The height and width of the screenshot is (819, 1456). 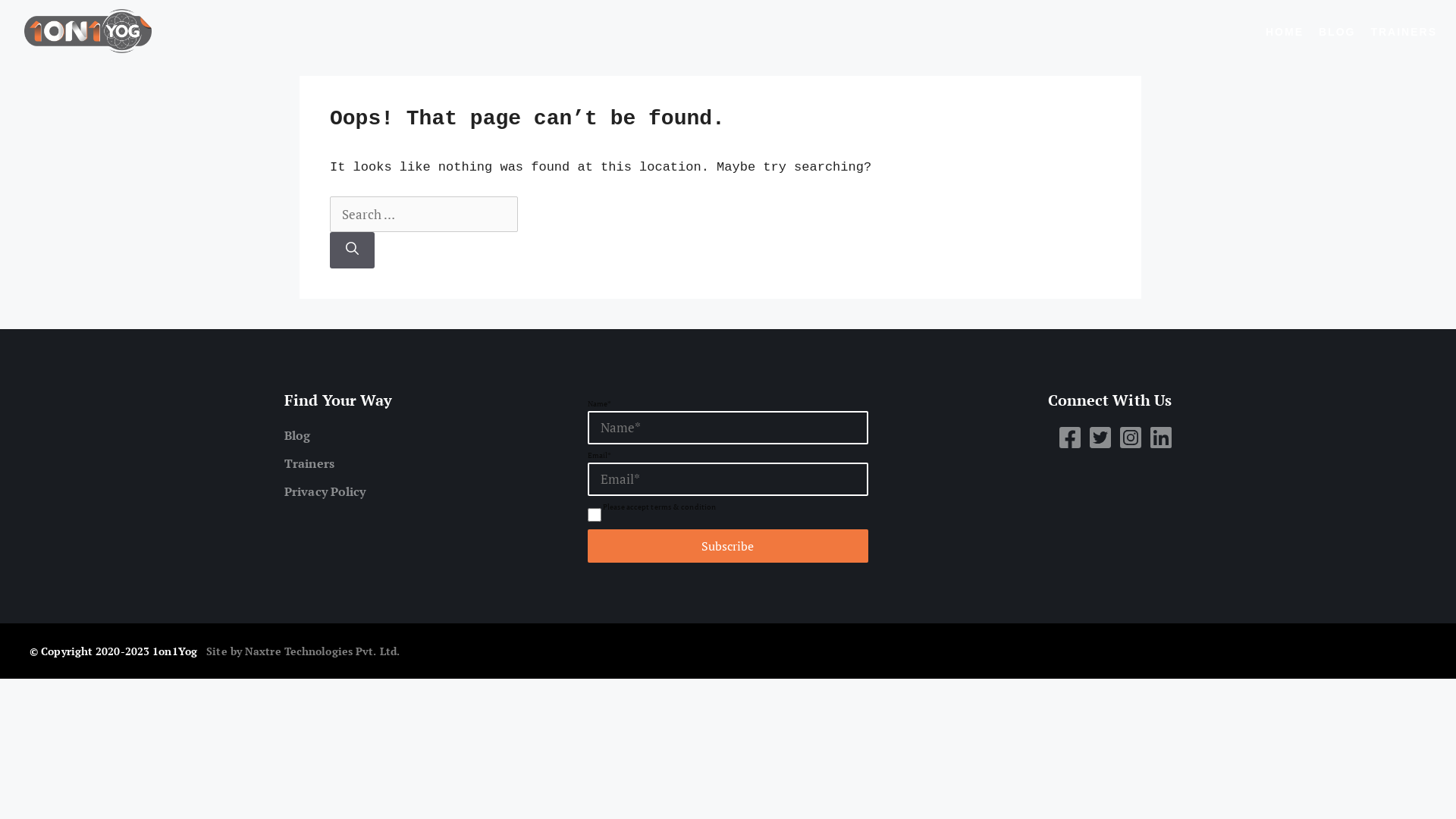 What do you see at coordinates (284, 435) in the screenshot?
I see `'Blog'` at bounding box center [284, 435].